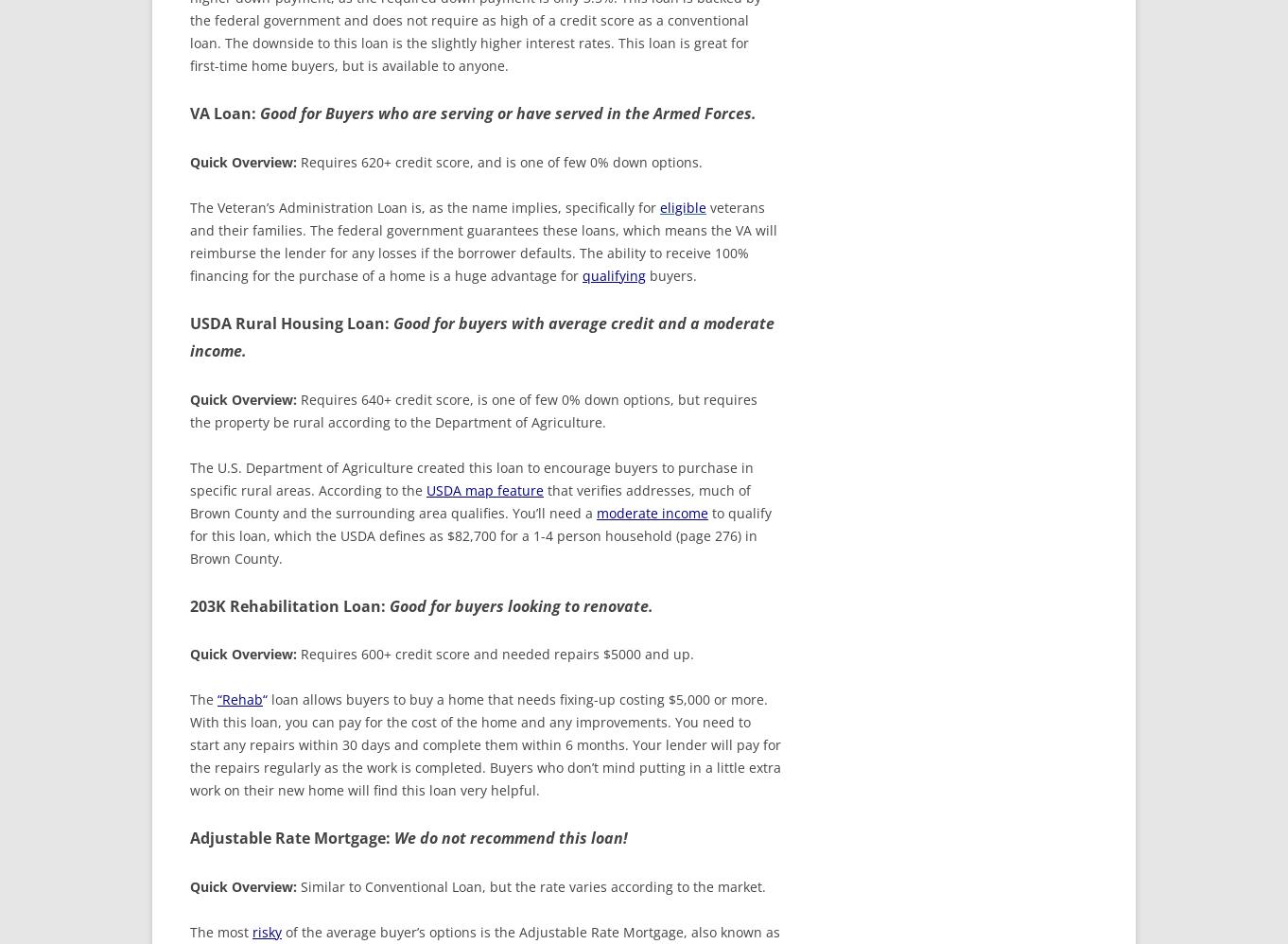 This screenshot has height=944, width=1288. I want to click on 'Requires 600+ credit score and needed repairs $5000 and up.', so click(301, 653).